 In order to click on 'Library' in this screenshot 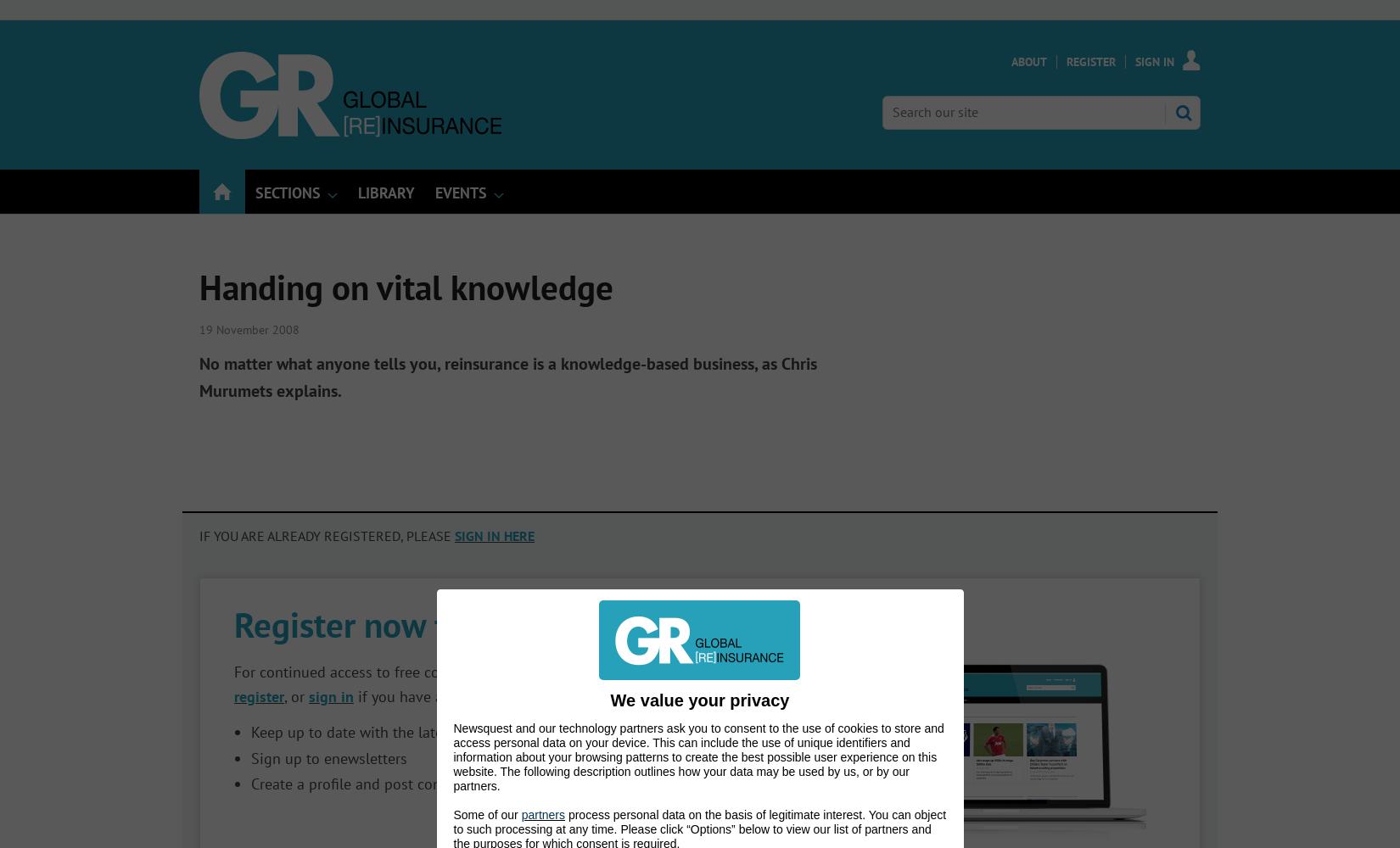, I will do `click(357, 192)`.